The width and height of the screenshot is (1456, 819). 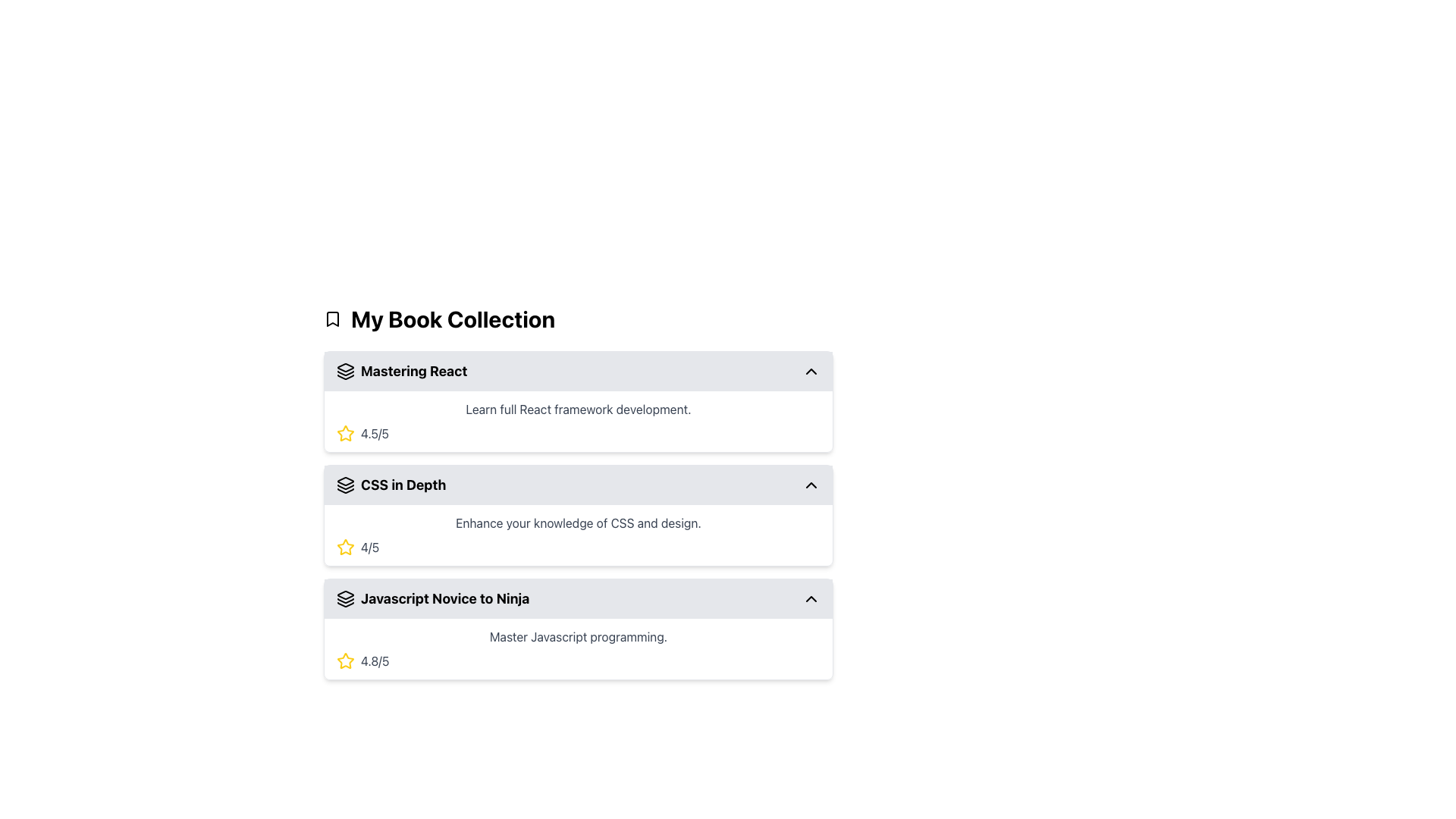 What do you see at coordinates (578, 648) in the screenshot?
I see `the informational block containing the text 'Master Javascript programming' with a rating of '4.8/5' and a star icon in the 'Javascript Novice to Ninja' section` at bounding box center [578, 648].